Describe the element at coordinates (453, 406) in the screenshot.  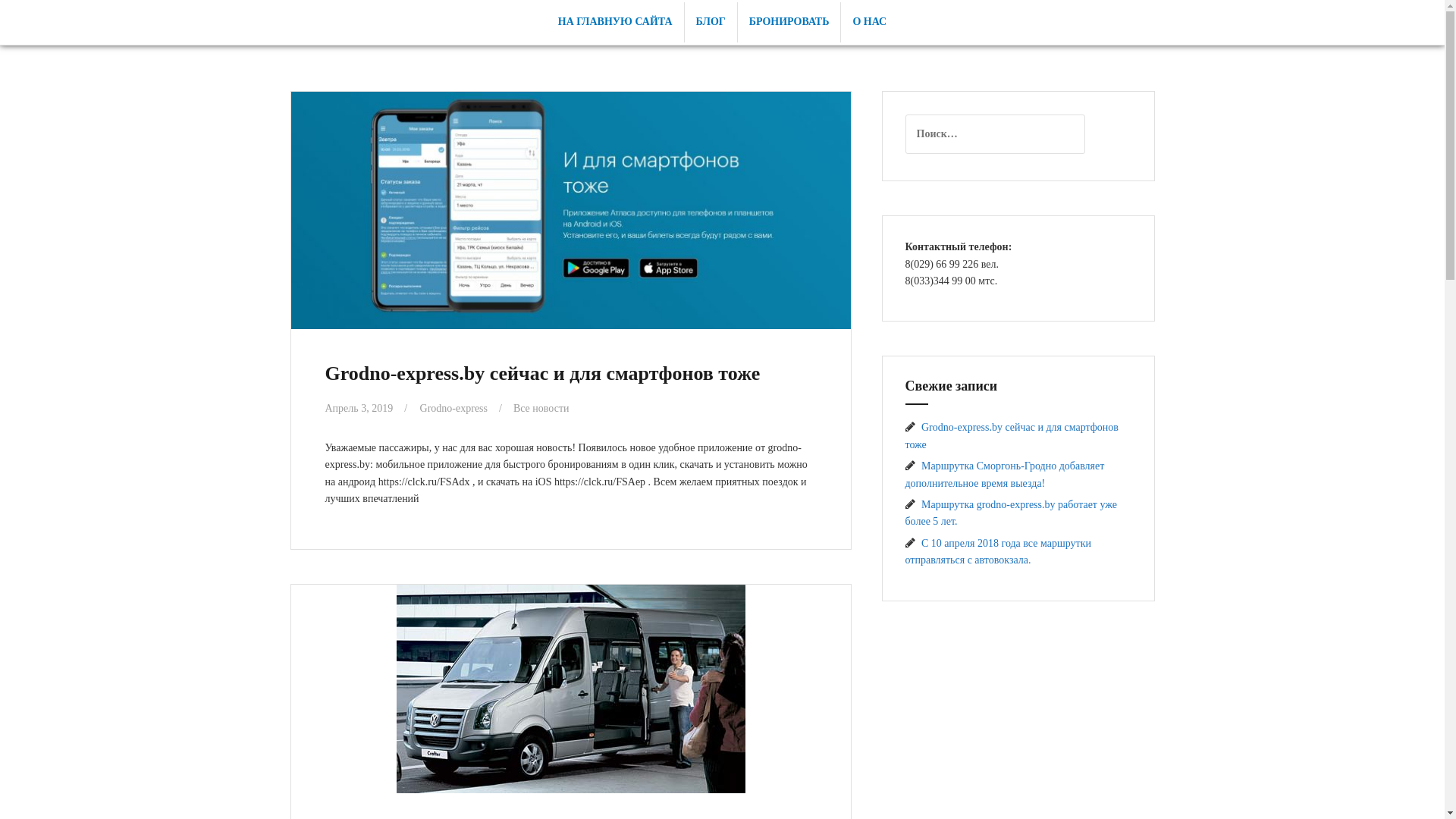
I see `'Grodno-express'` at that location.